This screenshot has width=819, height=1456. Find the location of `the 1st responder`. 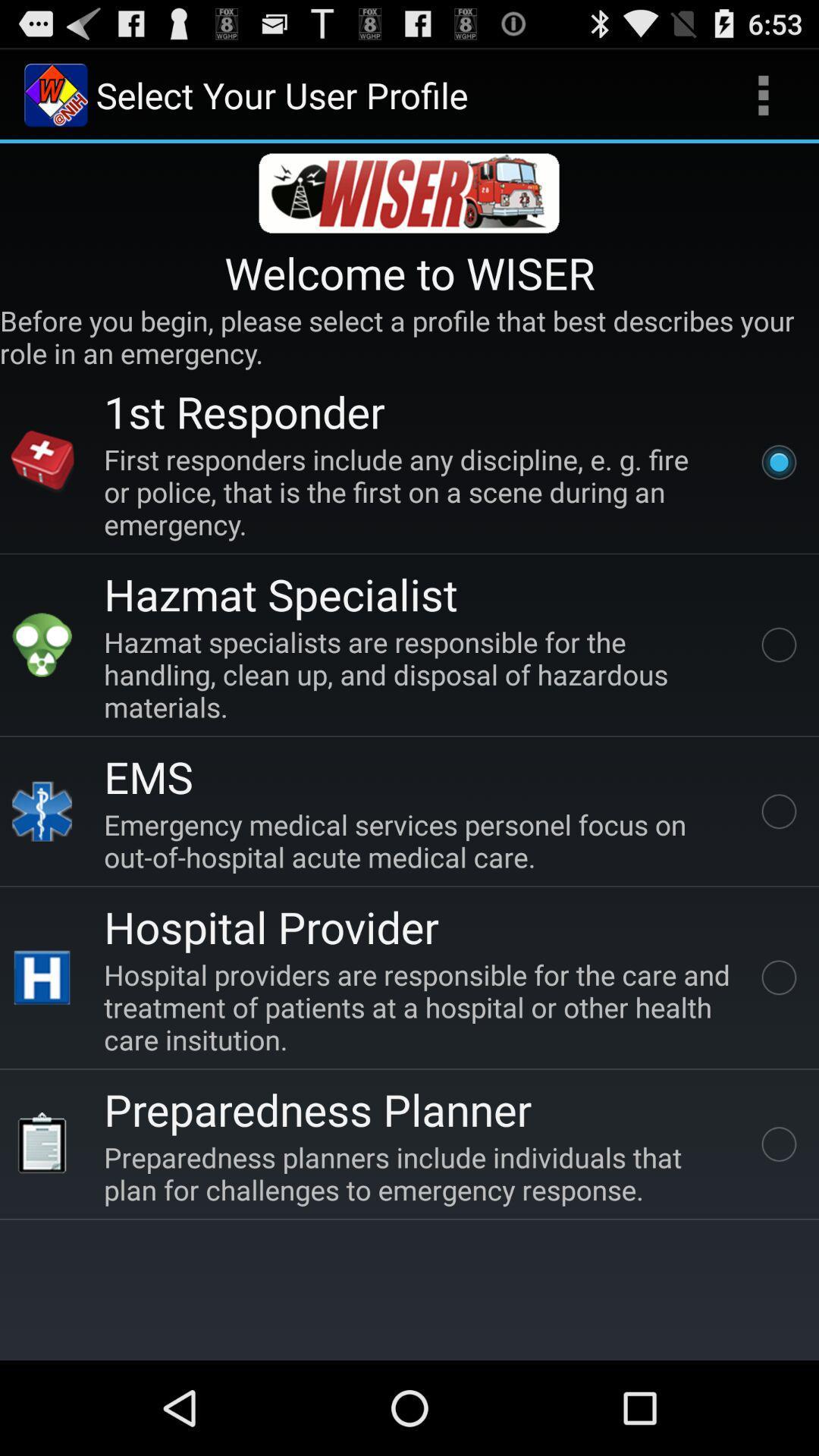

the 1st responder is located at coordinates (243, 411).